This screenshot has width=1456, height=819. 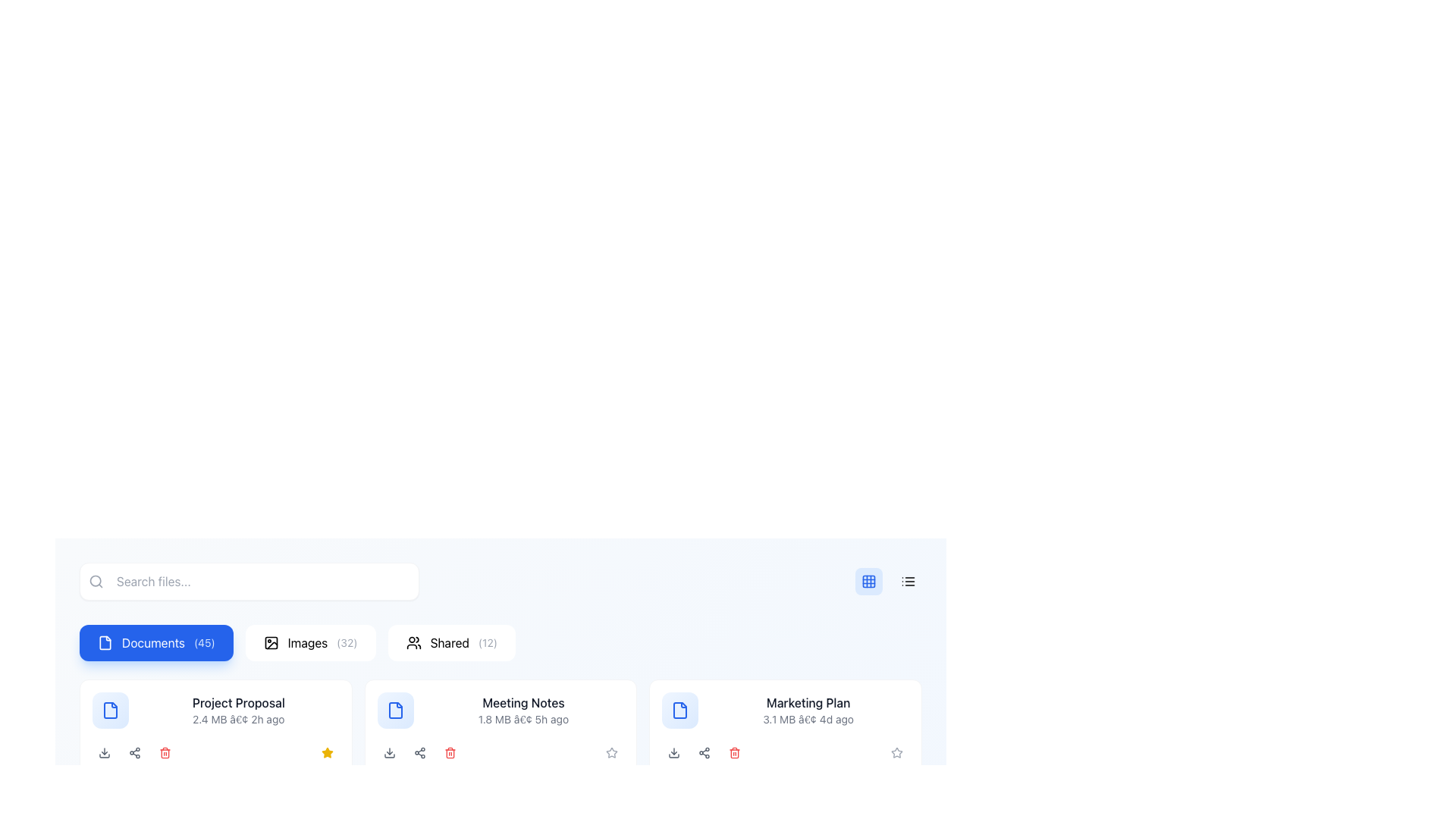 I want to click on on the star icon located at the bottom of the 'Marketing Plan' file card, so click(x=896, y=752).